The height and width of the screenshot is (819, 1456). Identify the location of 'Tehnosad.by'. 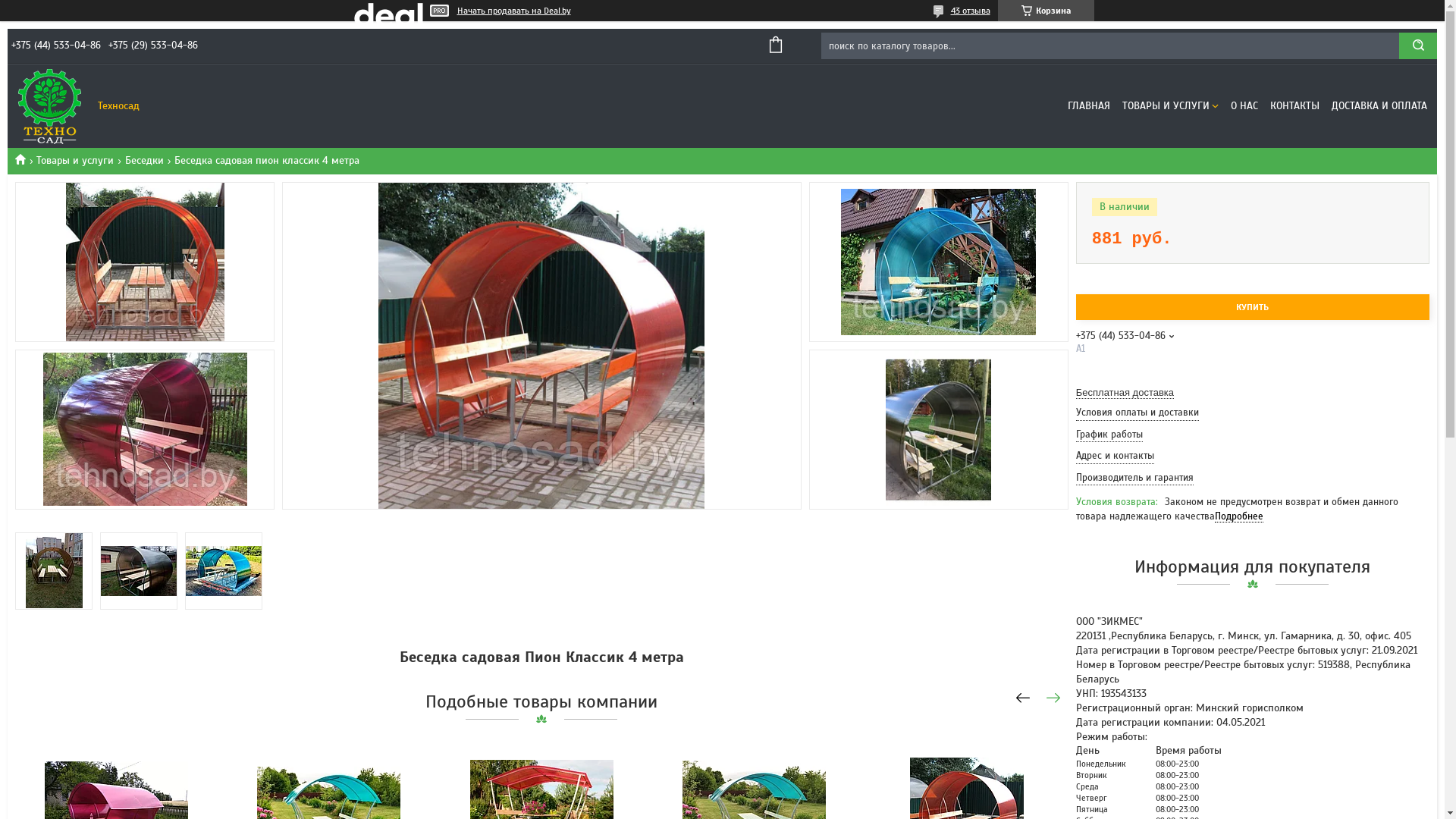
(49, 105).